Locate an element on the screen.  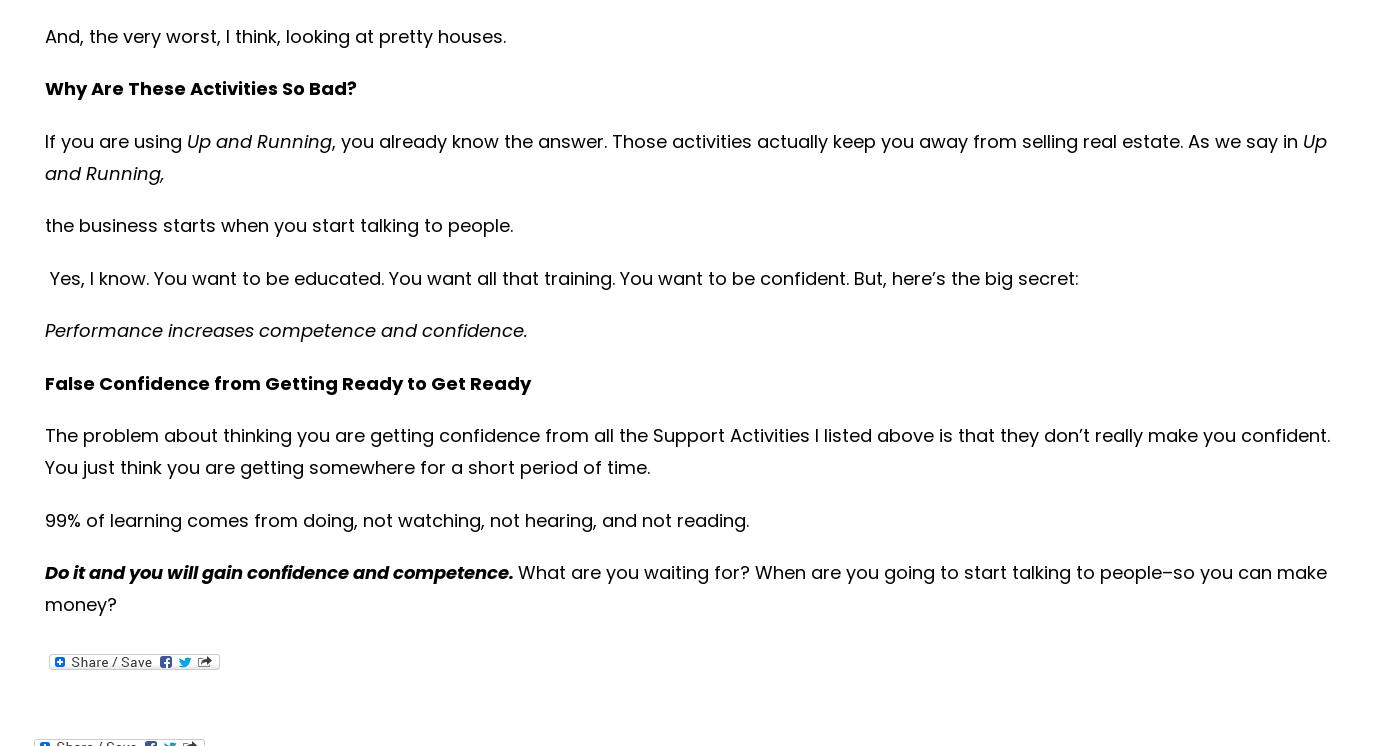
'Yes, I know. You want to be educated. You want all that training. You want to be confident. But, here’s the big secret:' is located at coordinates (560, 276).